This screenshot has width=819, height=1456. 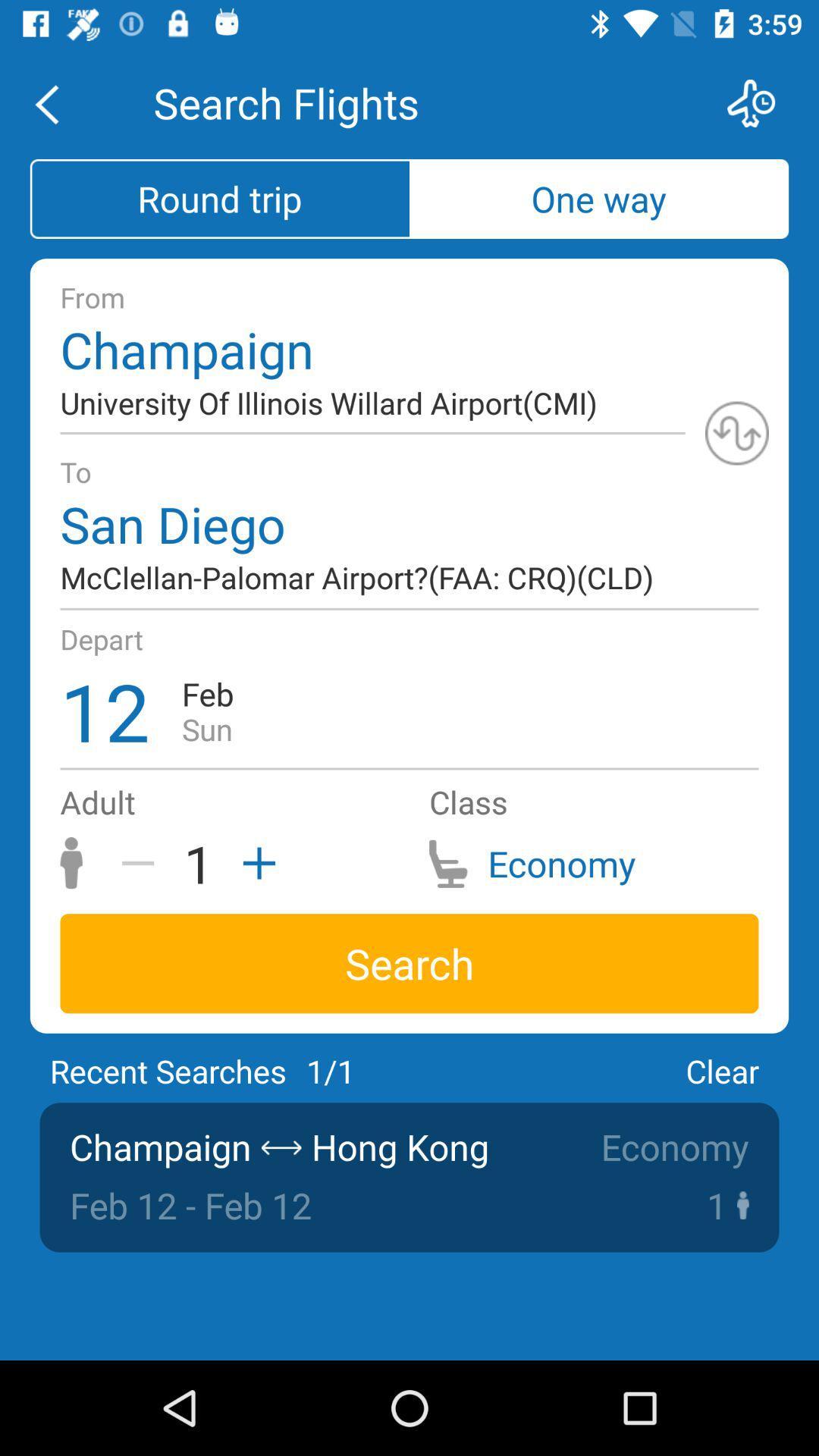 What do you see at coordinates (598, 198) in the screenshot?
I see `icon next to the round trip icon` at bounding box center [598, 198].